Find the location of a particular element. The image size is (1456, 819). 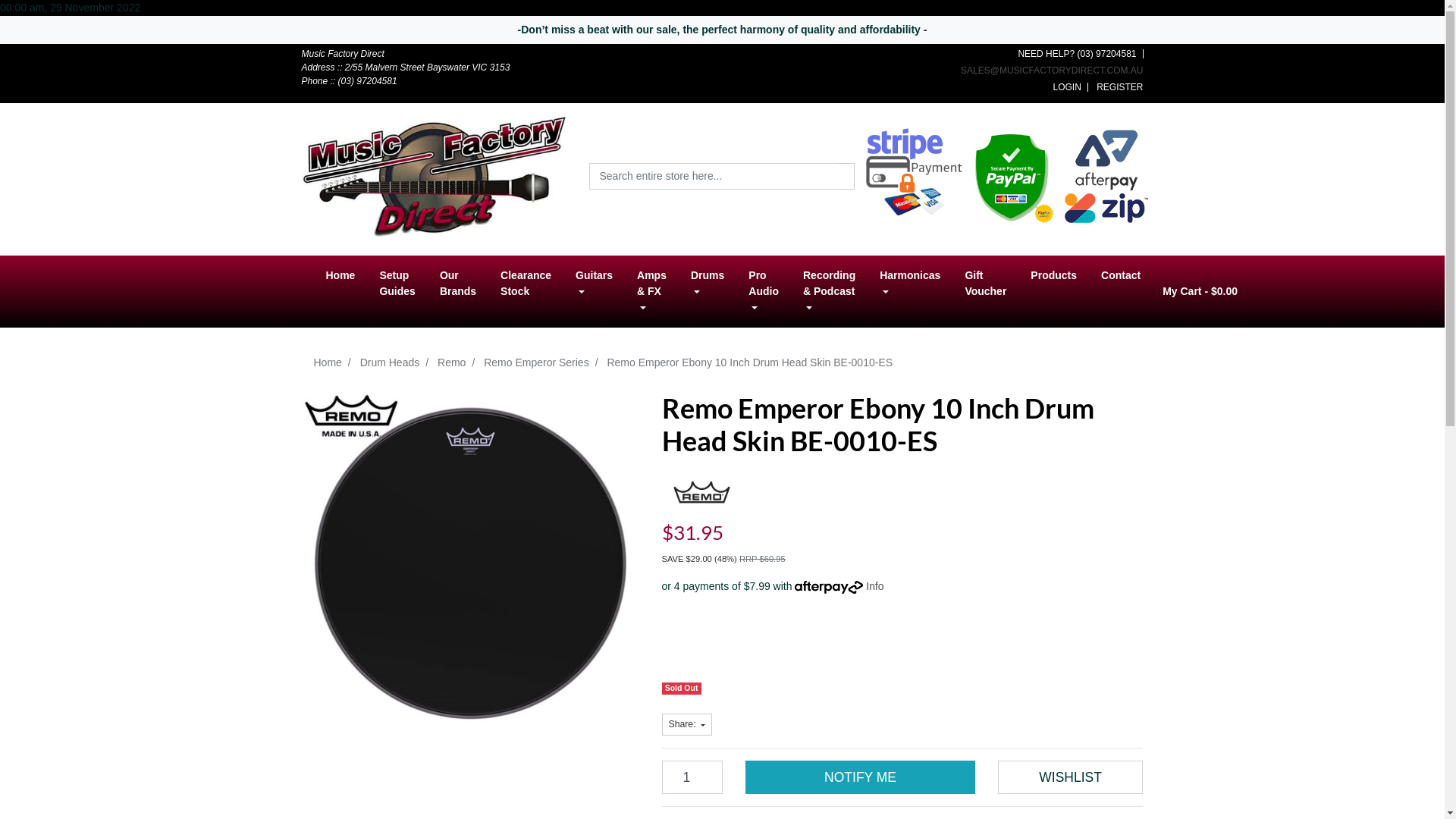

'Products' is located at coordinates (1053, 275).